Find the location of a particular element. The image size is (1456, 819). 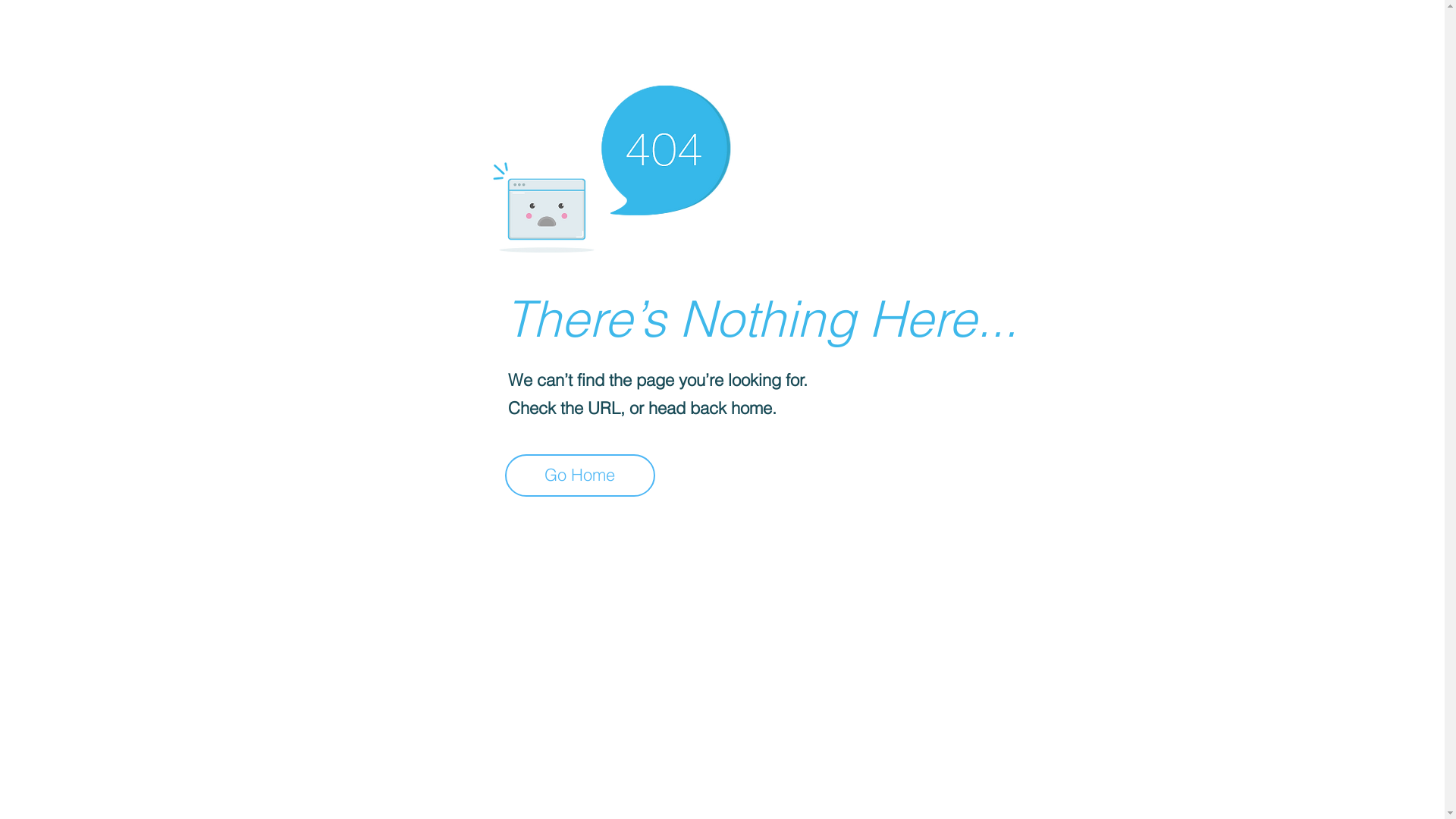

'404-icon_2.png' is located at coordinates (610, 165).